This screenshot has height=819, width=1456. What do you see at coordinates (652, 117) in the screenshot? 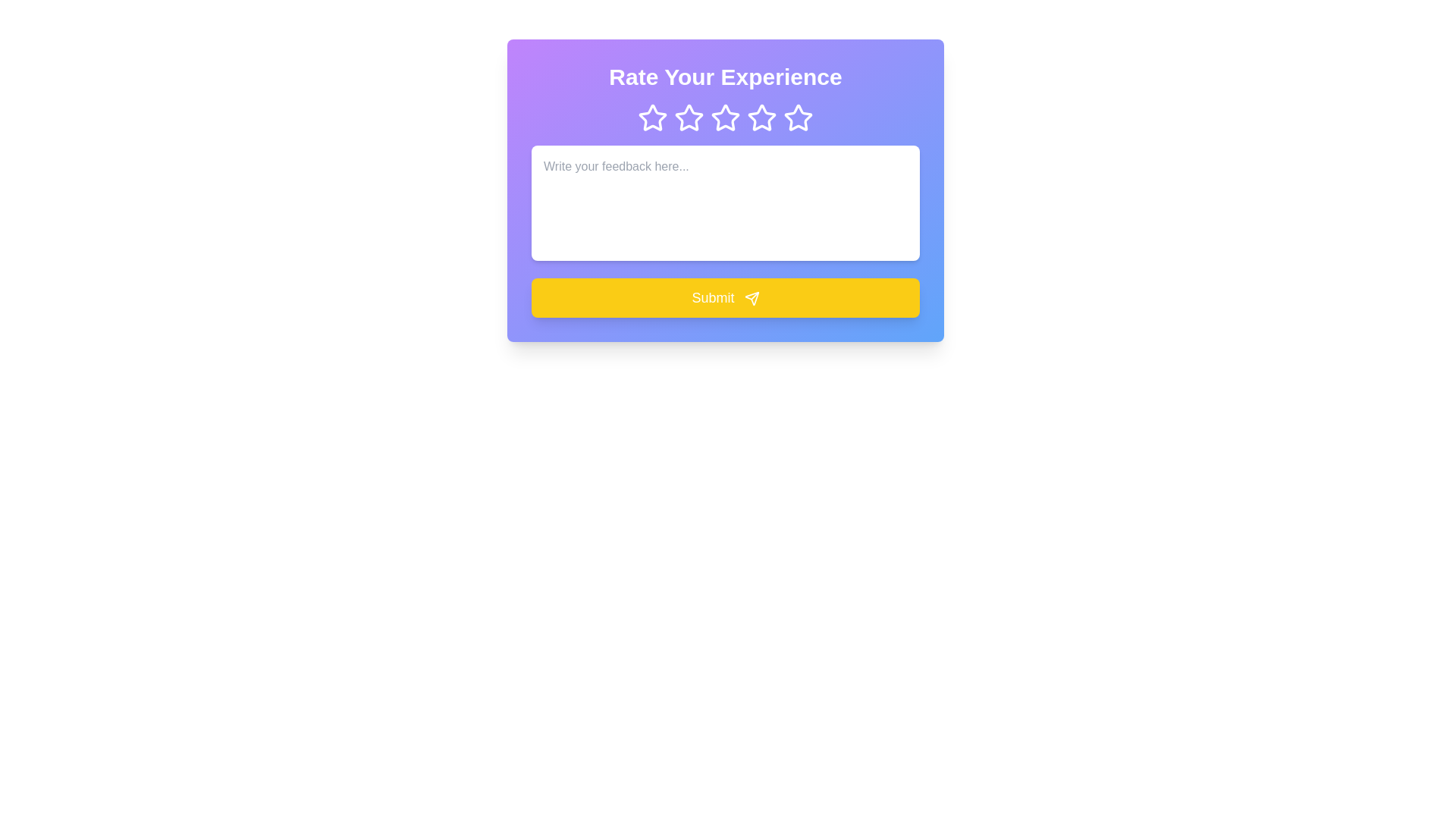
I see `the first rating star in the horizontal array to assign a 1-star rating in the feedback system` at bounding box center [652, 117].